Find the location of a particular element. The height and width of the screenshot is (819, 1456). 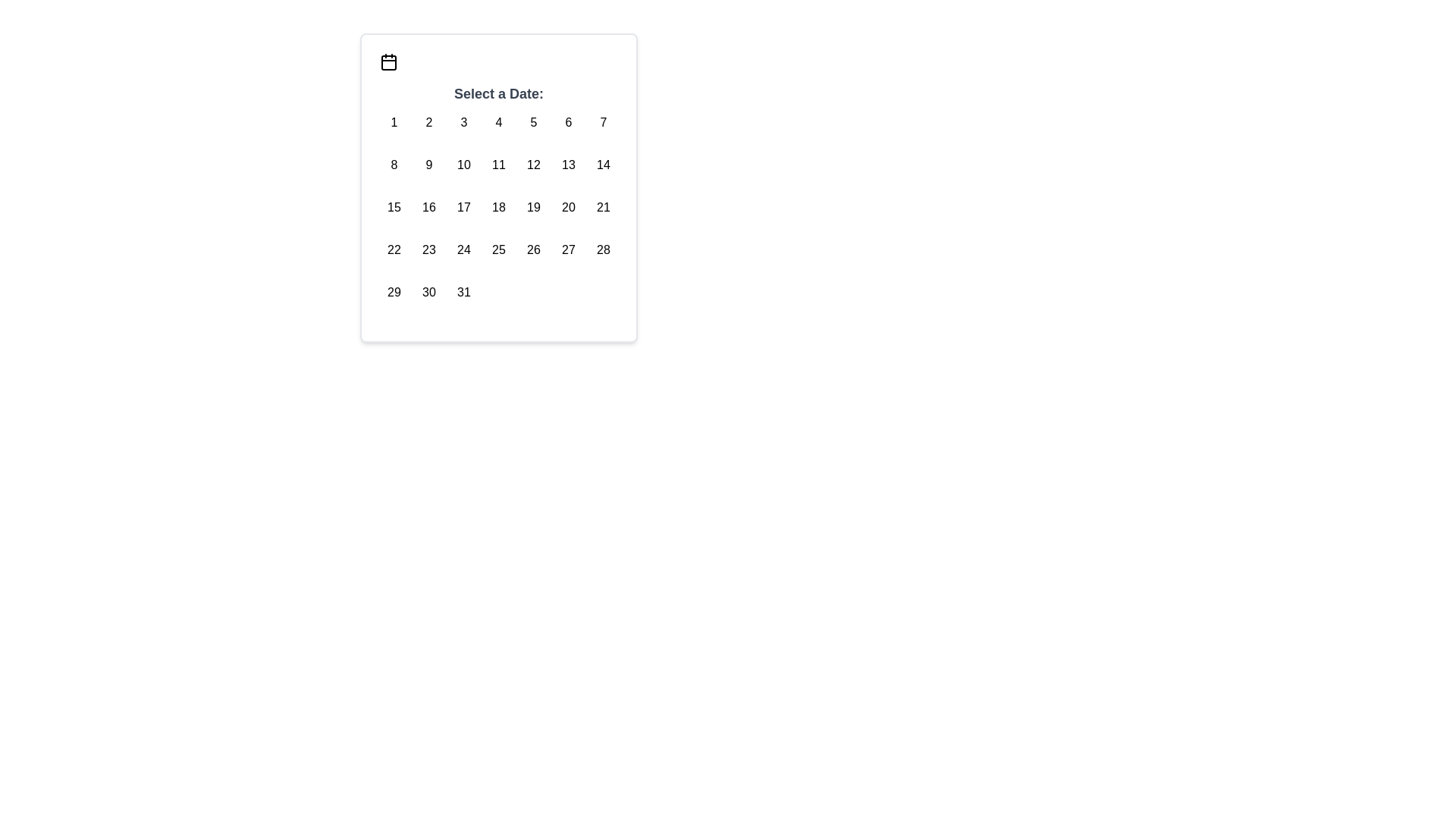

the button representing the date '25' in the calendar UI is located at coordinates (498, 249).